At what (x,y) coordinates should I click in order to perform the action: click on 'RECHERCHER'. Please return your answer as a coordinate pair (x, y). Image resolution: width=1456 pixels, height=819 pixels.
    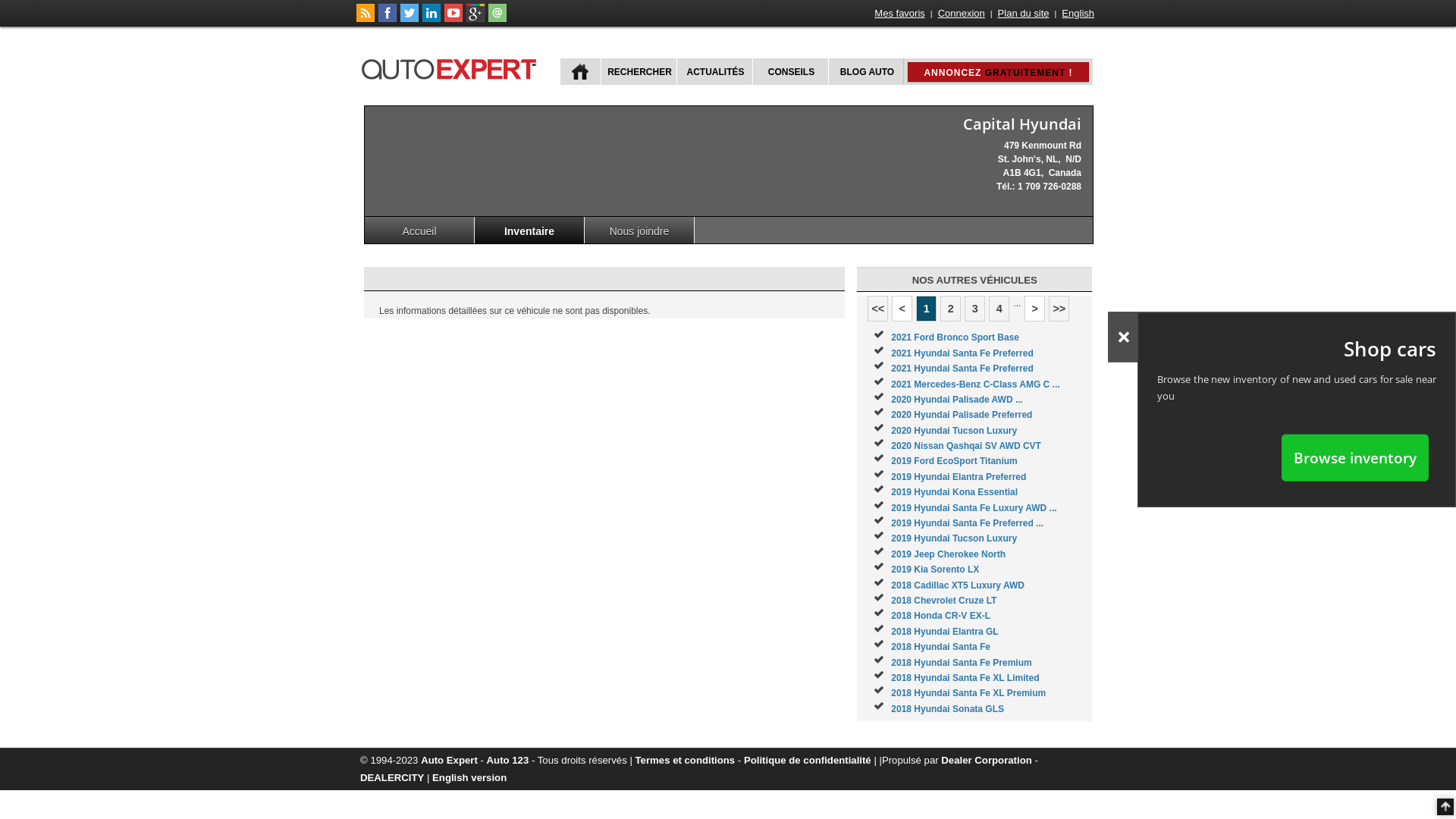
    Looking at the image, I should click on (600, 71).